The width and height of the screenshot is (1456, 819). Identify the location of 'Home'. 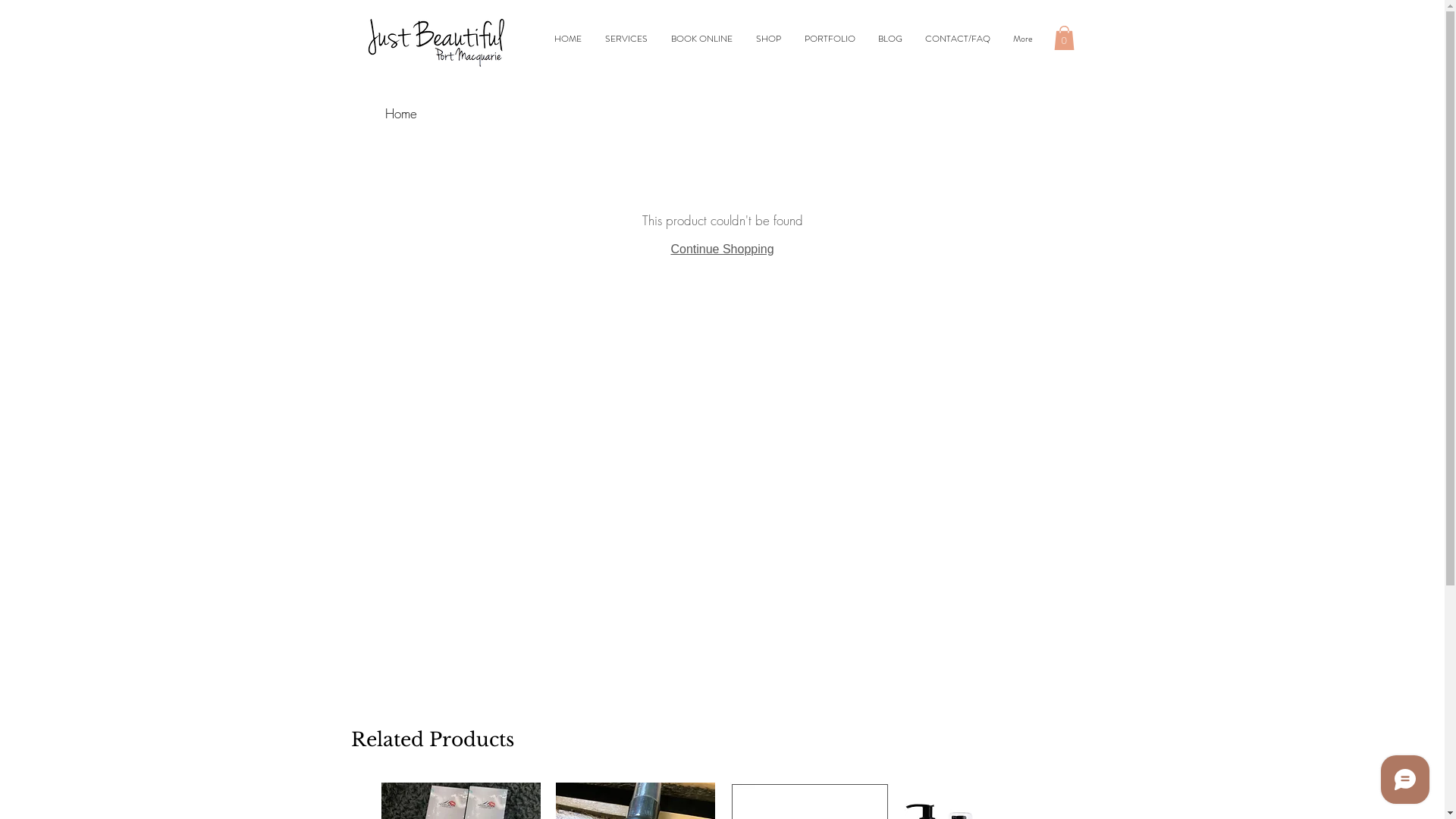
(385, 112).